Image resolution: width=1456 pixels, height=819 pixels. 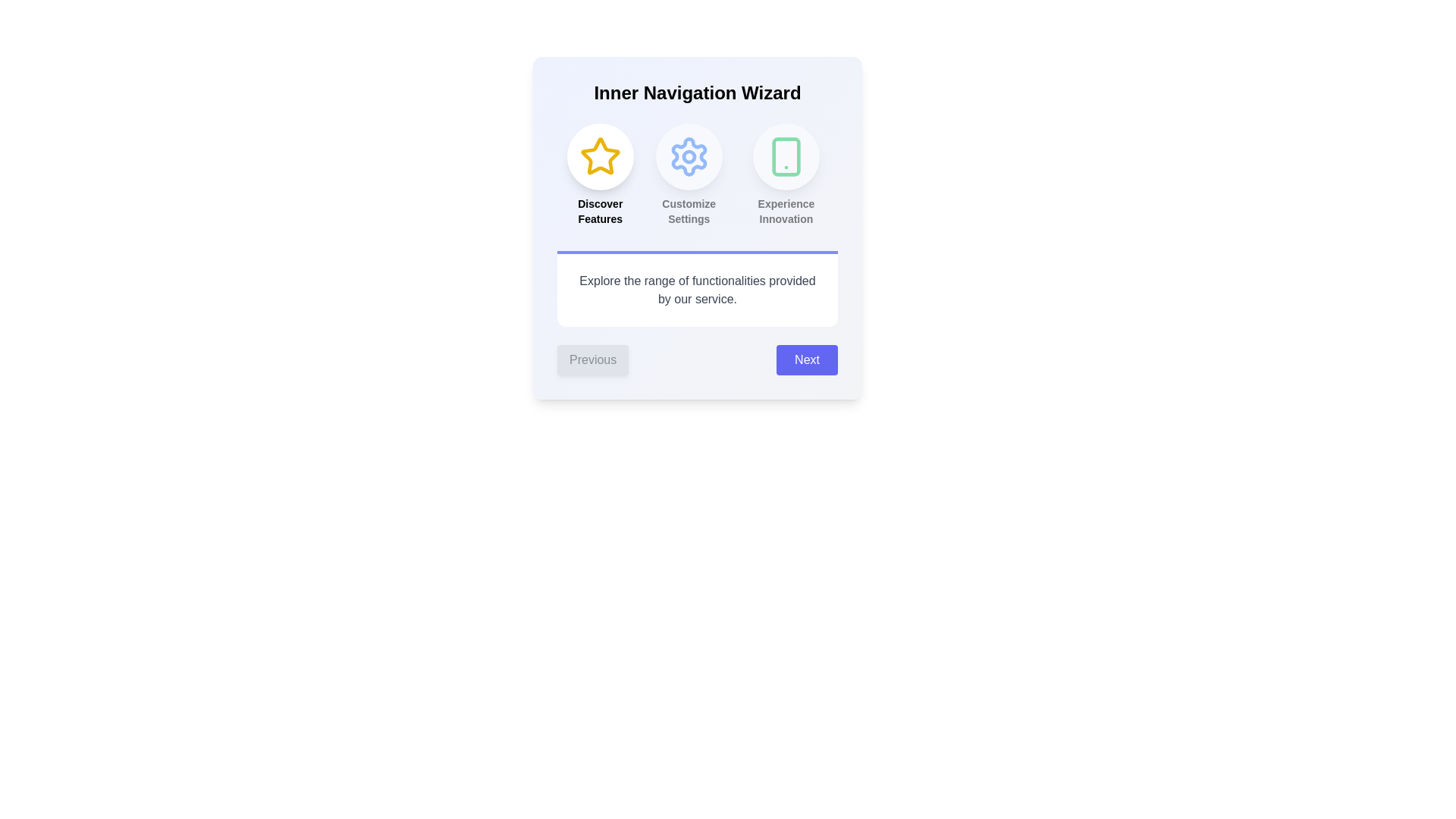 What do you see at coordinates (806, 359) in the screenshot?
I see `'Next' button to proceed to the next step` at bounding box center [806, 359].